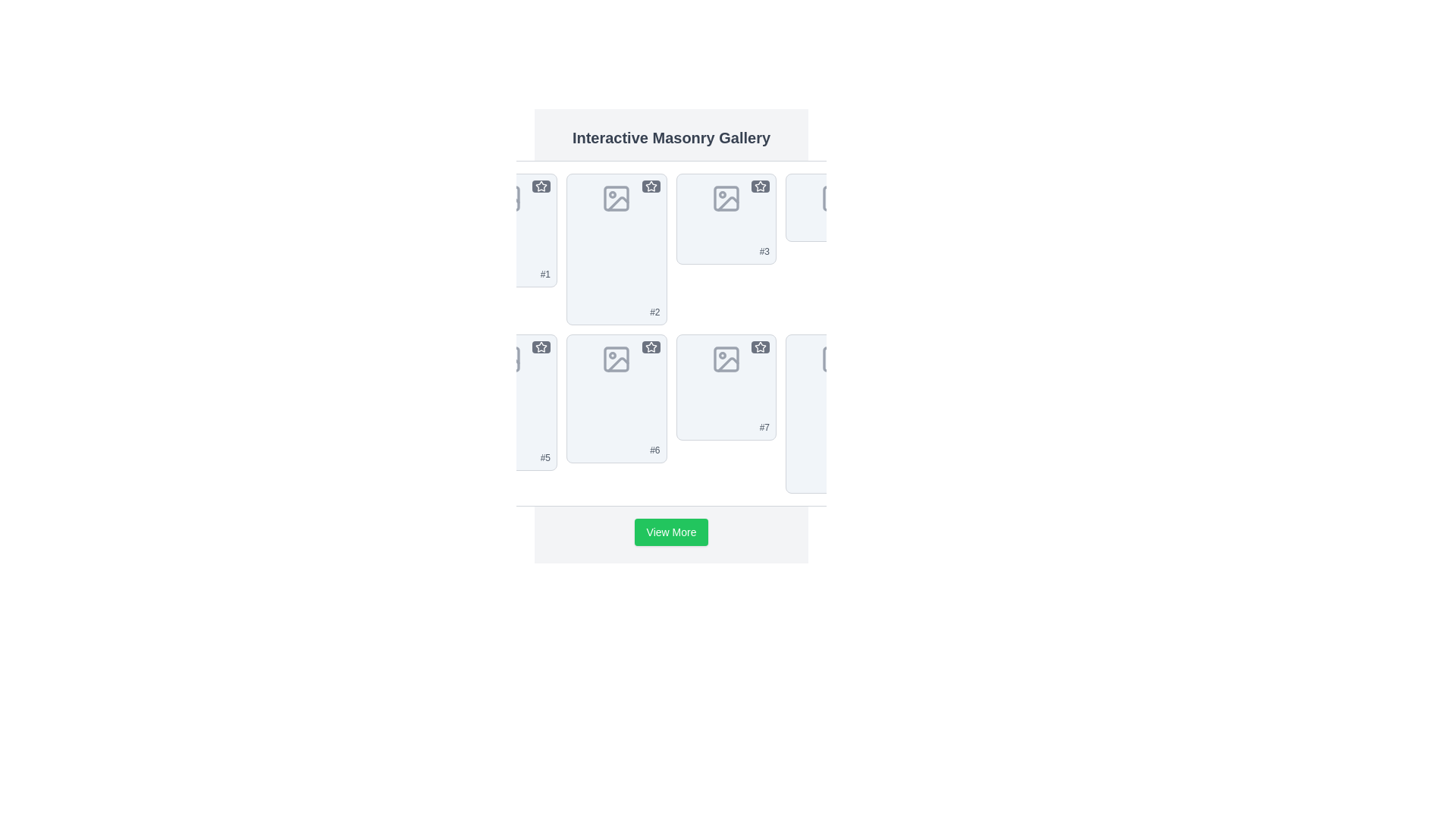 The height and width of the screenshot is (819, 1456). Describe the element at coordinates (725, 386) in the screenshot. I see `the card component in the grid layout, which is located below panel '#3' and to the right of panel '#6'` at that location.